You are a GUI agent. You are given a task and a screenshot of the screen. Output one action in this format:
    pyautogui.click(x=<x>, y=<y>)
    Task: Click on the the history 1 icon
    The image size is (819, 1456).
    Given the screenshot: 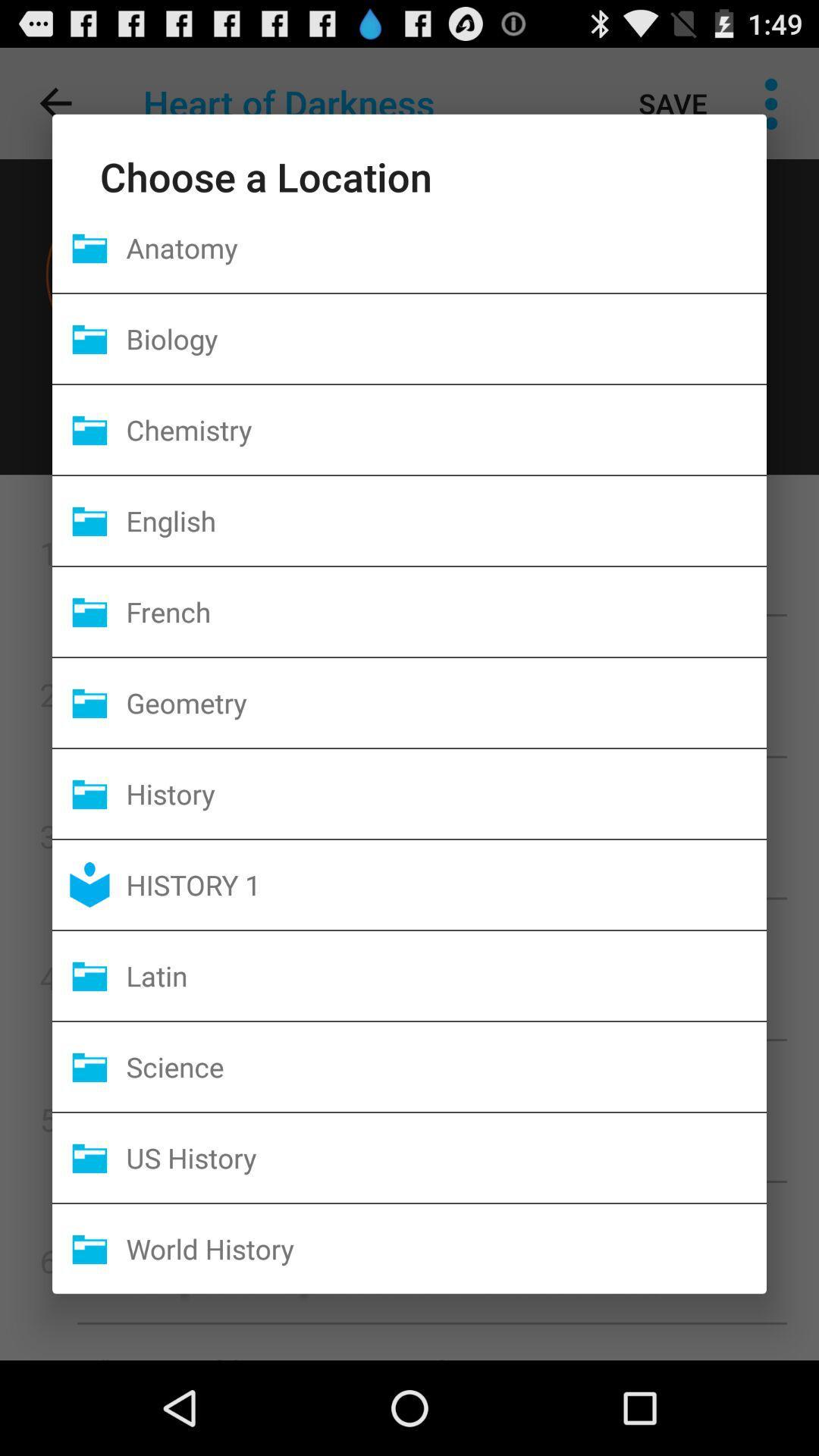 What is the action you would take?
    pyautogui.click(x=445, y=884)
    